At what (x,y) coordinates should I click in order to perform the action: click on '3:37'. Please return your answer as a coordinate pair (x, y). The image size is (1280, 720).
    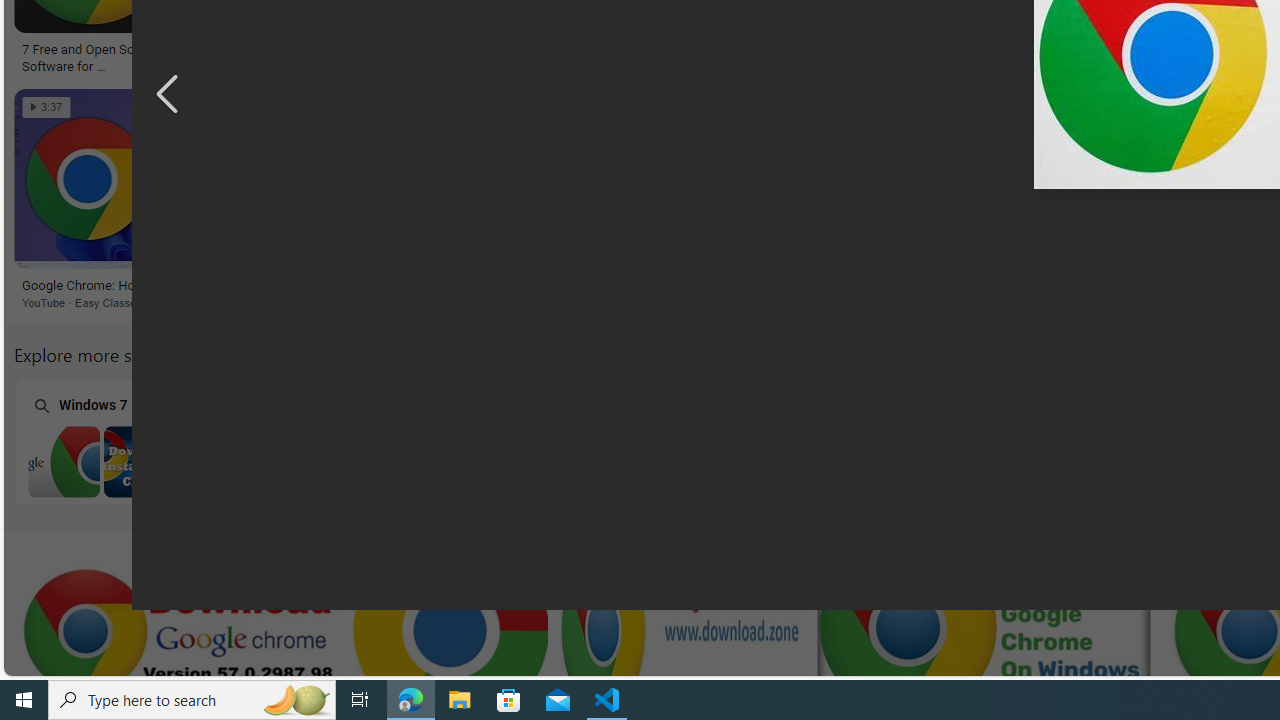
    Looking at the image, I should click on (46, 107).